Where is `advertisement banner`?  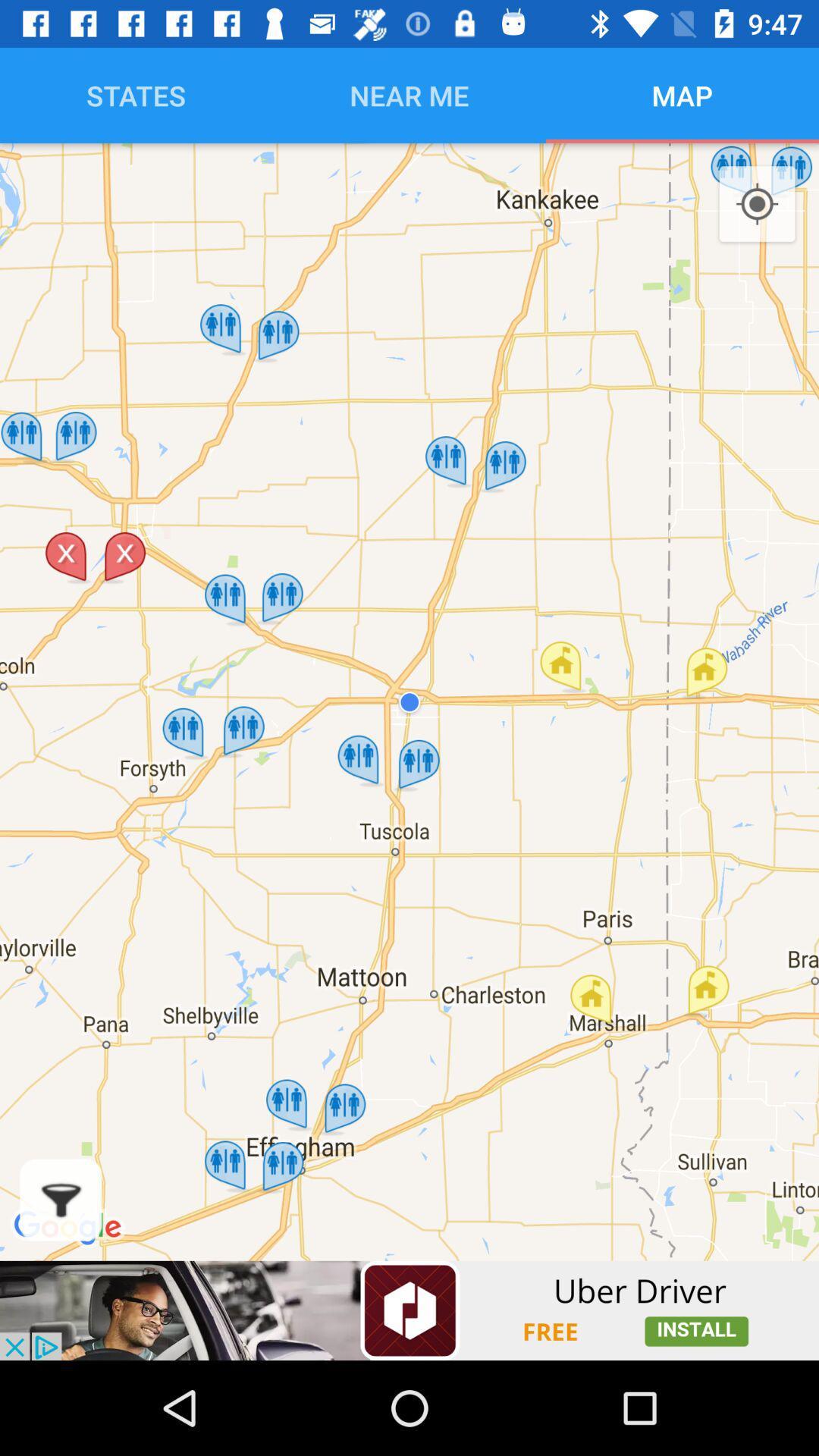 advertisement banner is located at coordinates (409, 1310).